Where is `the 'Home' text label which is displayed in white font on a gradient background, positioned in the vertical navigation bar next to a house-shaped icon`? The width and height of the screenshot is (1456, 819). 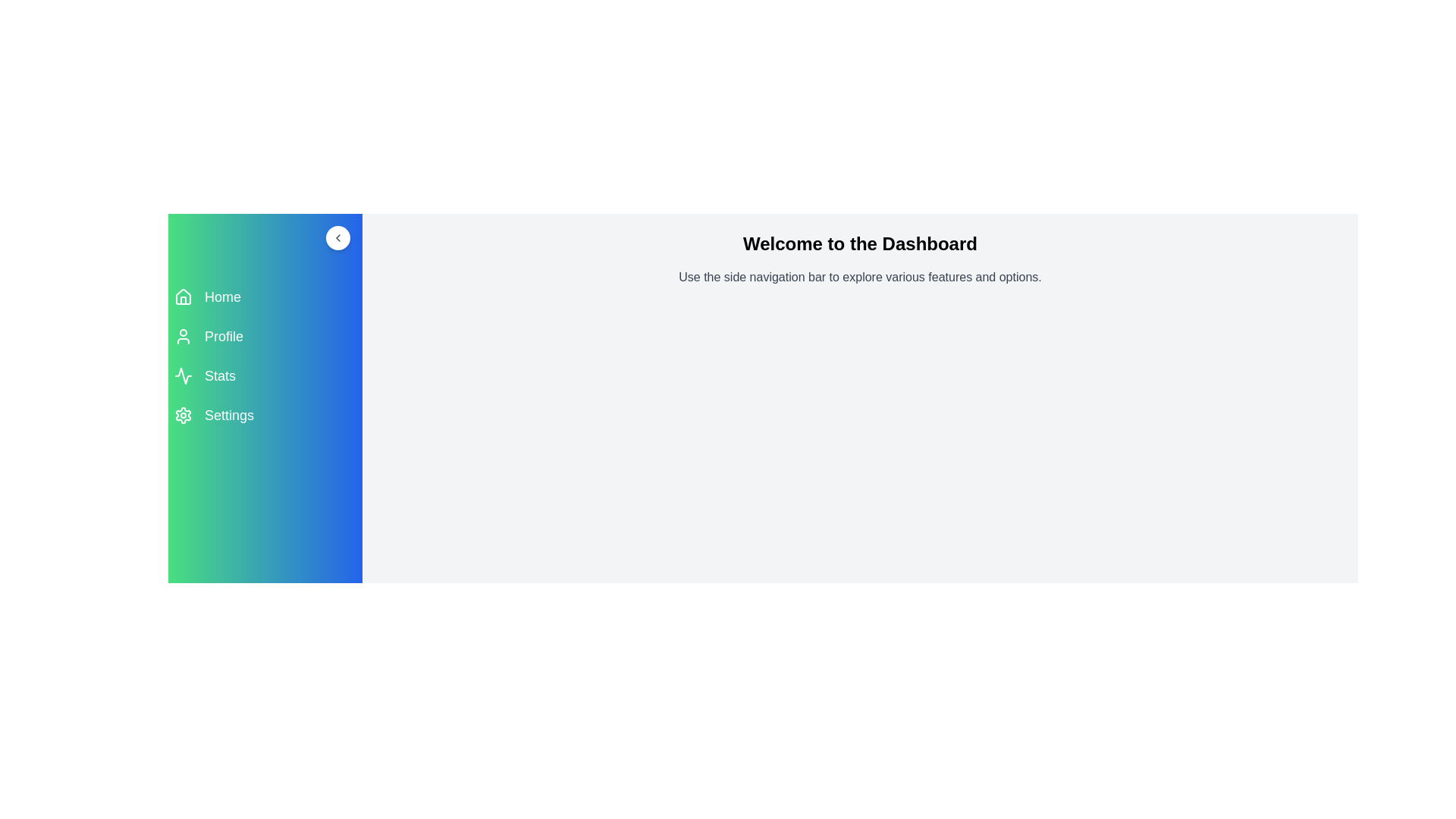 the 'Home' text label which is displayed in white font on a gradient background, positioned in the vertical navigation bar next to a house-shaped icon is located at coordinates (221, 297).